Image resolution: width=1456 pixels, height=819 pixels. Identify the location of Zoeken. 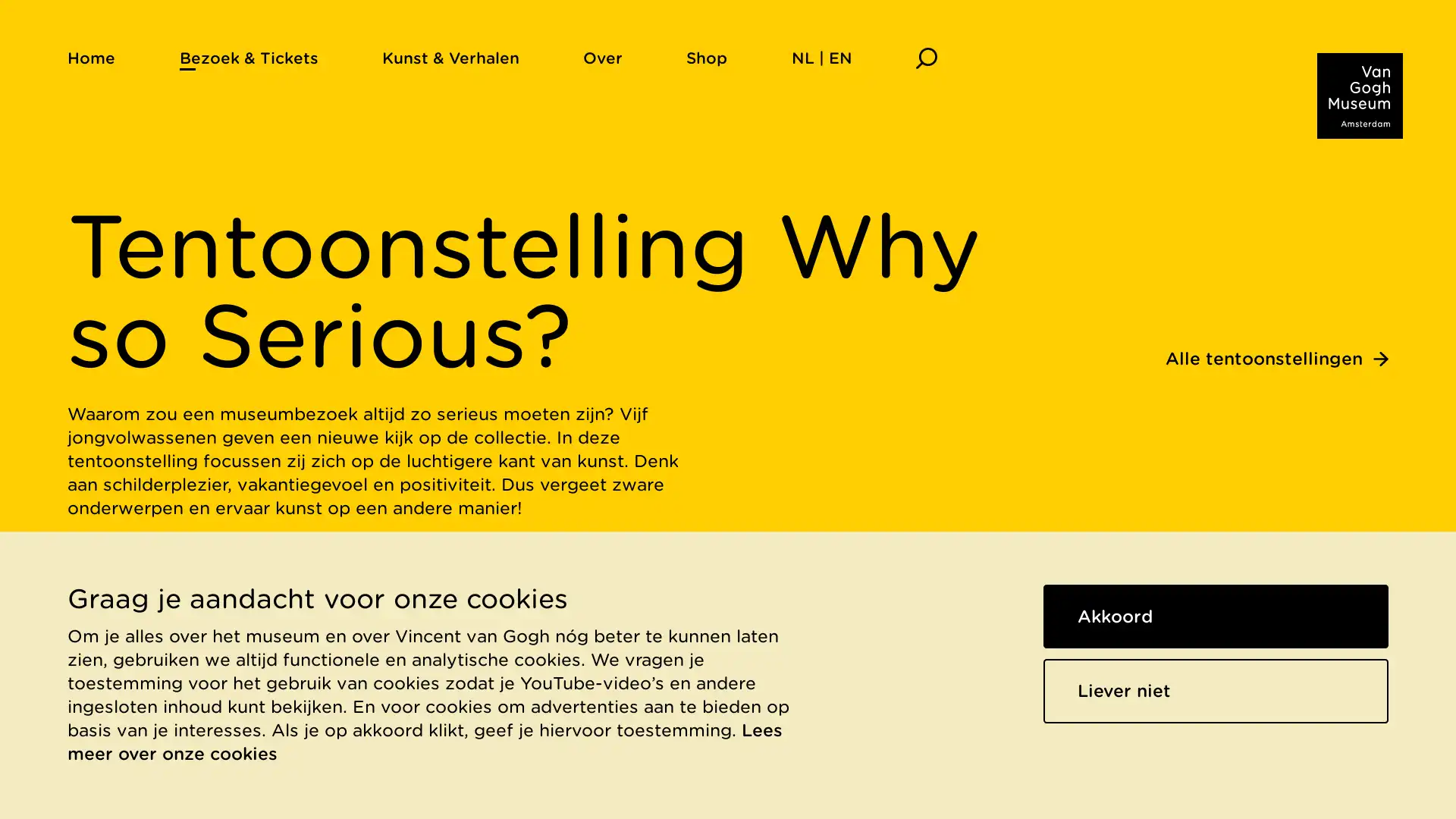
(925, 57).